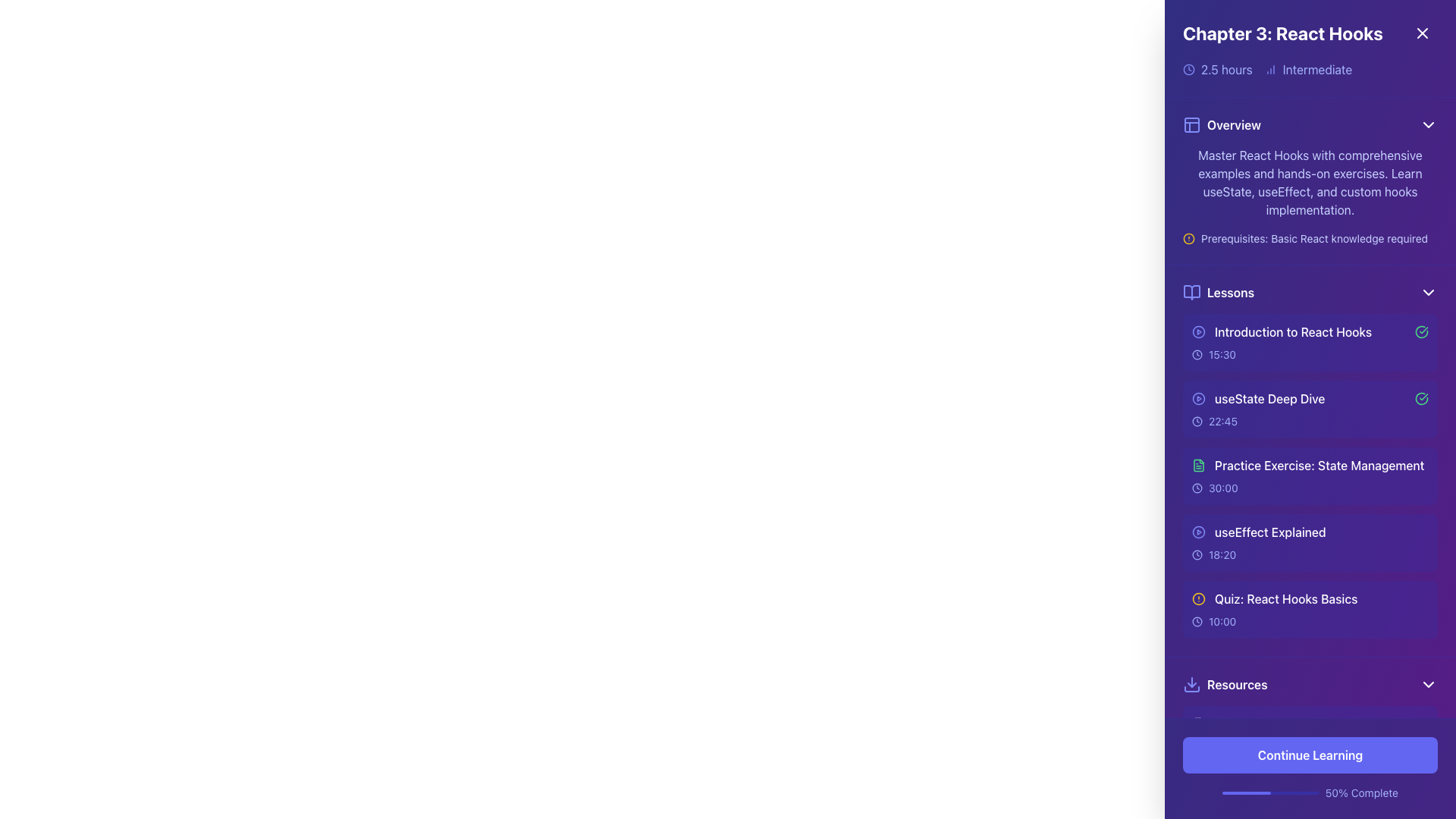 Image resolution: width=1456 pixels, height=819 pixels. I want to click on the list item containing an icon and text for the 'Practice Exercise: State Management' section located, so click(1307, 464).